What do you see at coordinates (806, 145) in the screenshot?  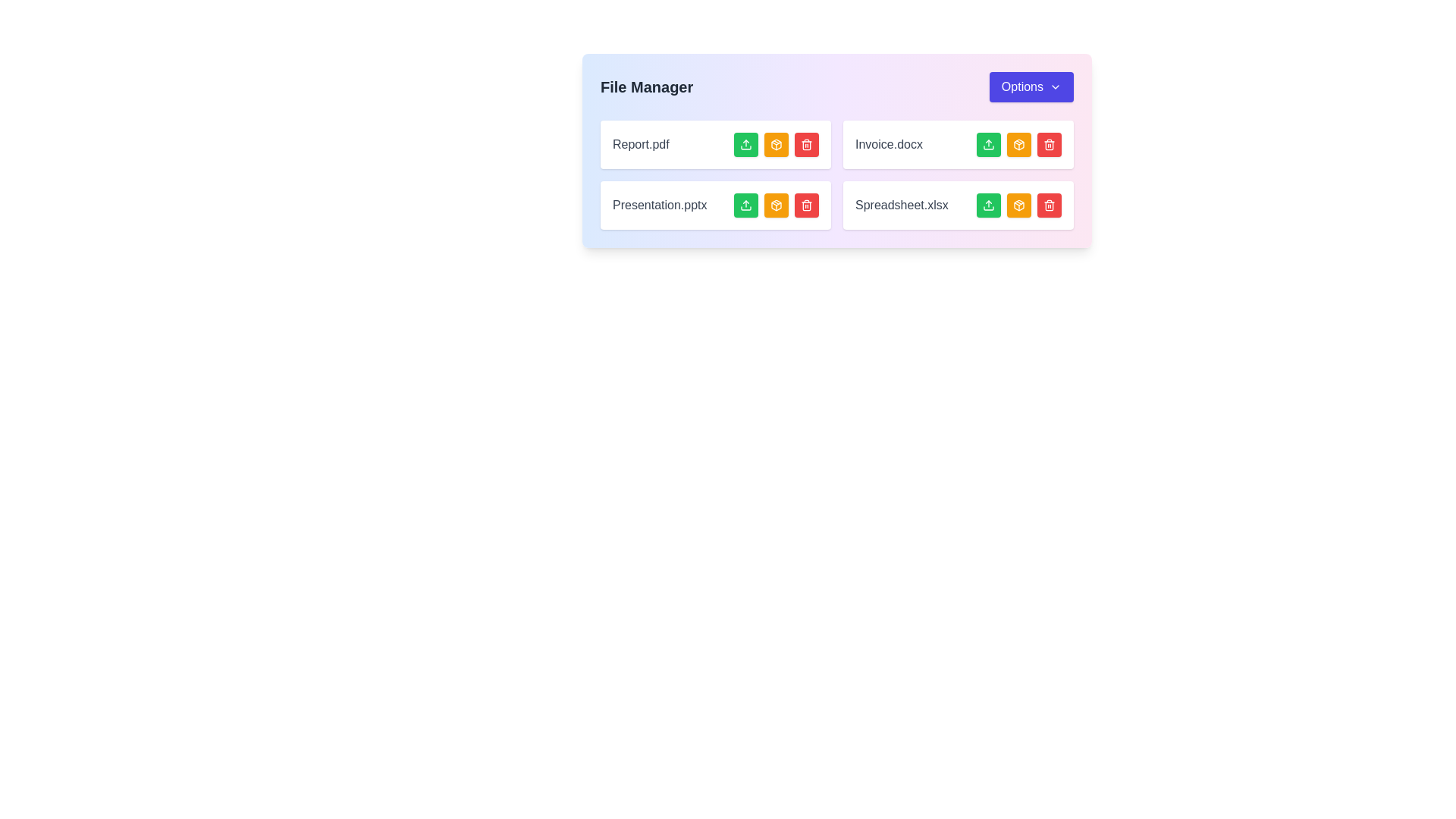 I see `the delete icon button located on the rightmost side of the button group next to the file name` at bounding box center [806, 145].